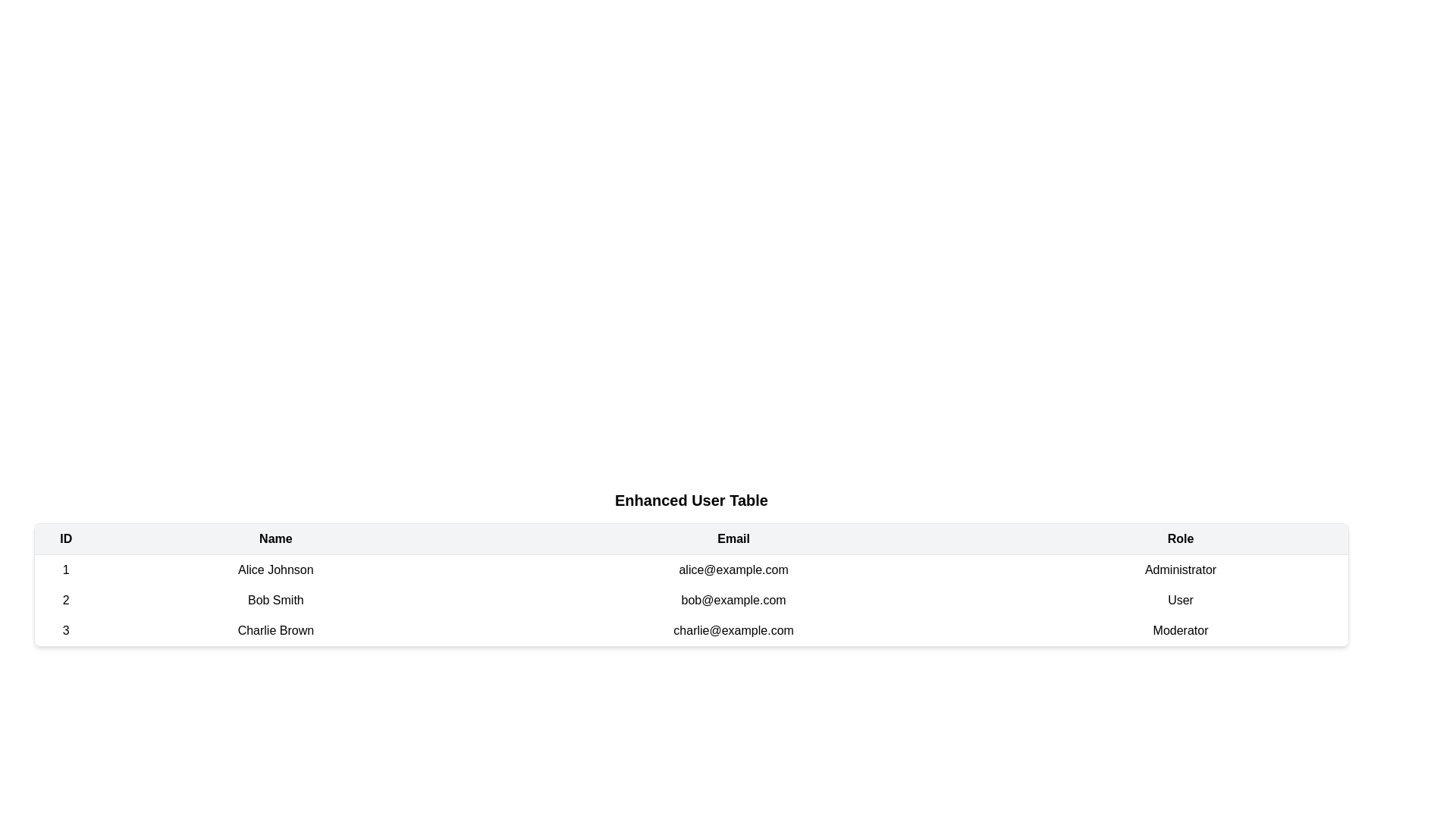  I want to click on the text element displaying 'alice@example.com' in the Email column of the user 'Alice Johnson' in the table, so click(733, 570).